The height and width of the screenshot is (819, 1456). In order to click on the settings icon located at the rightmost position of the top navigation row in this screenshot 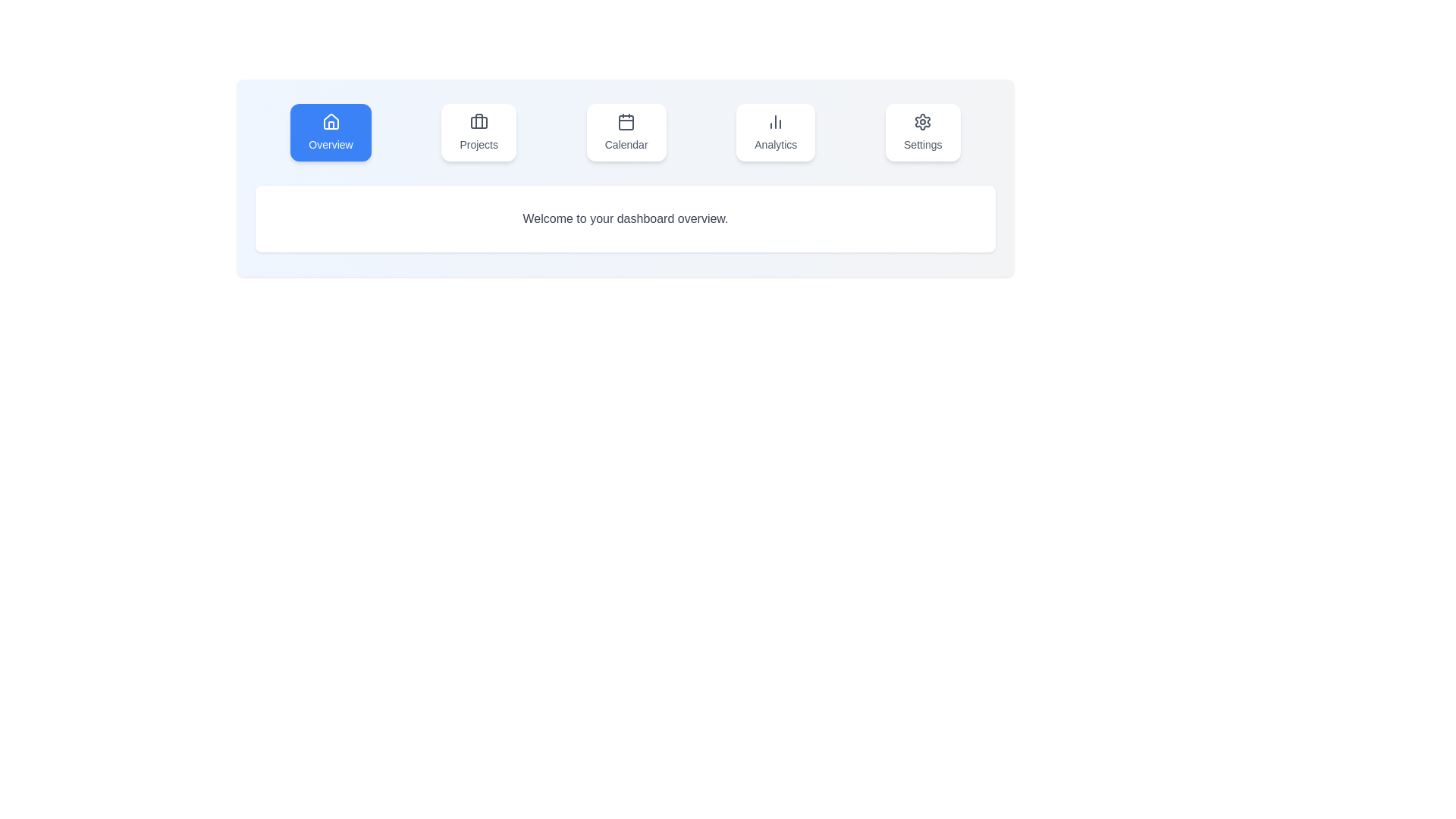, I will do `click(922, 121)`.